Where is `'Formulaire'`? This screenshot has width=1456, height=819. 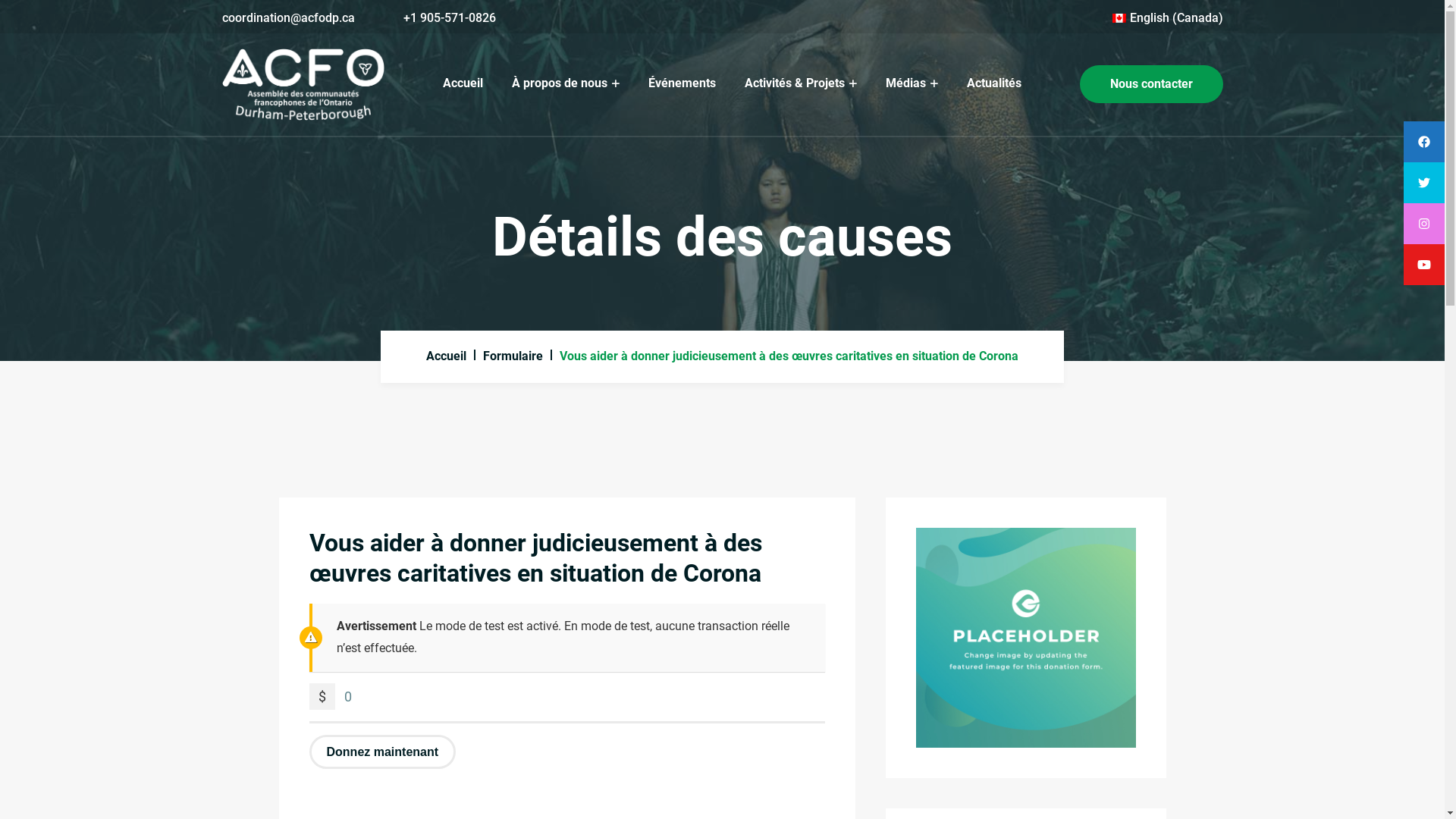 'Formulaire' is located at coordinates (513, 356).